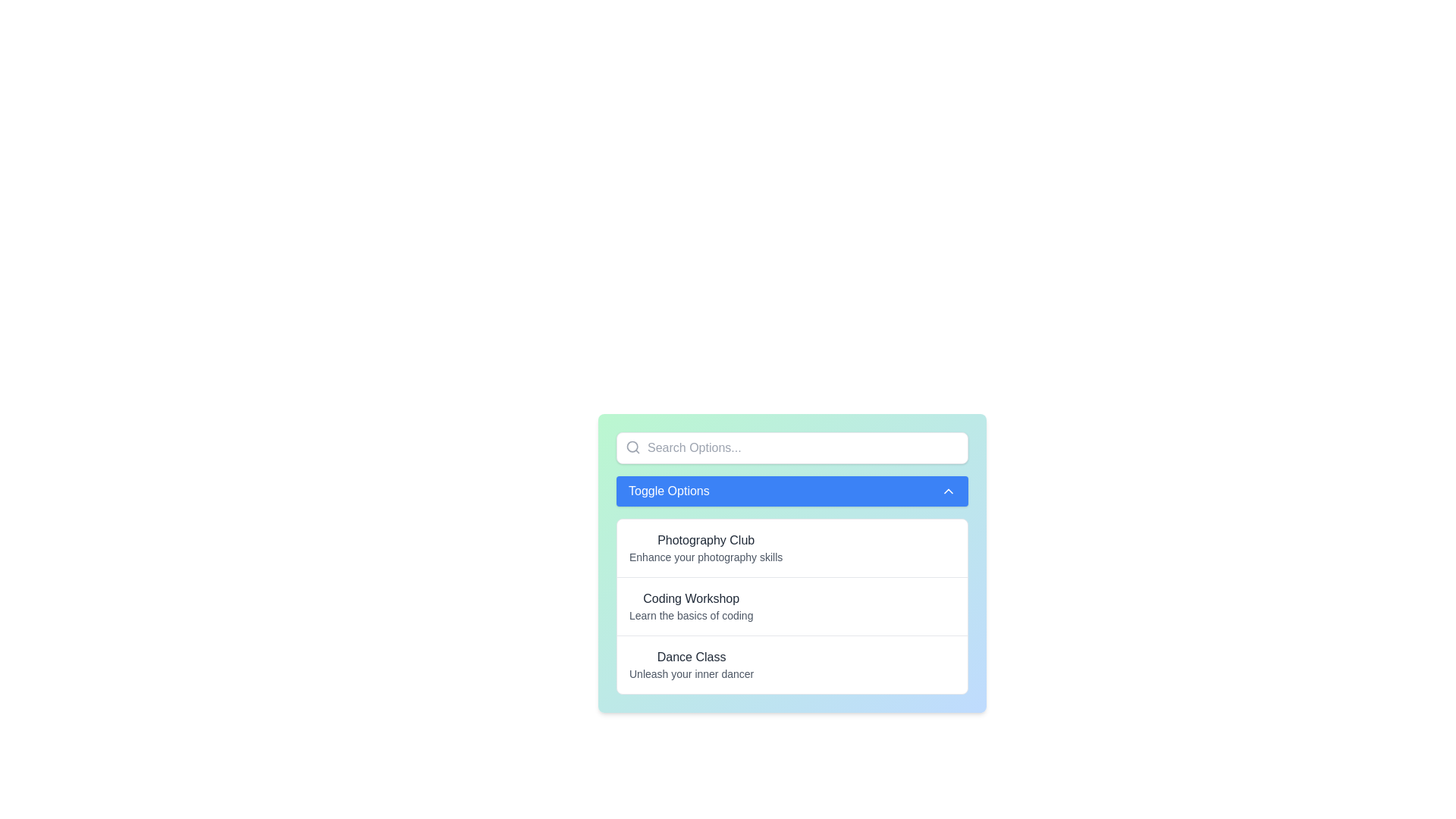 This screenshot has height=819, width=1456. Describe the element at coordinates (633, 447) in the screenshot. I see `the magnifying glass icon located near the top left corner of the 'Search Options...' input field to interact with the associated search field` at that location.